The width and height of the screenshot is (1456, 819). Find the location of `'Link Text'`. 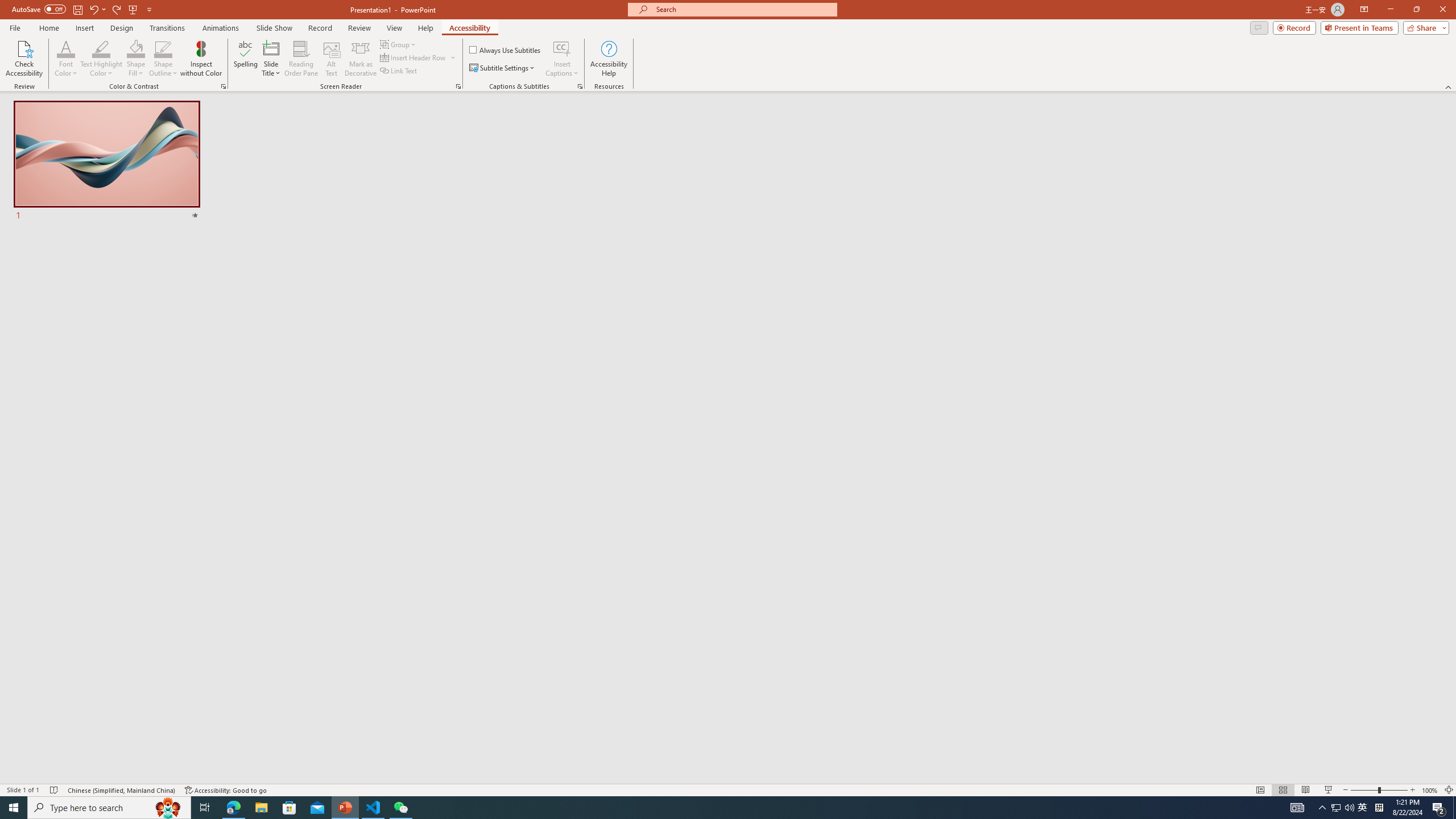

'Link Text' is located at coordinates (399, 69).